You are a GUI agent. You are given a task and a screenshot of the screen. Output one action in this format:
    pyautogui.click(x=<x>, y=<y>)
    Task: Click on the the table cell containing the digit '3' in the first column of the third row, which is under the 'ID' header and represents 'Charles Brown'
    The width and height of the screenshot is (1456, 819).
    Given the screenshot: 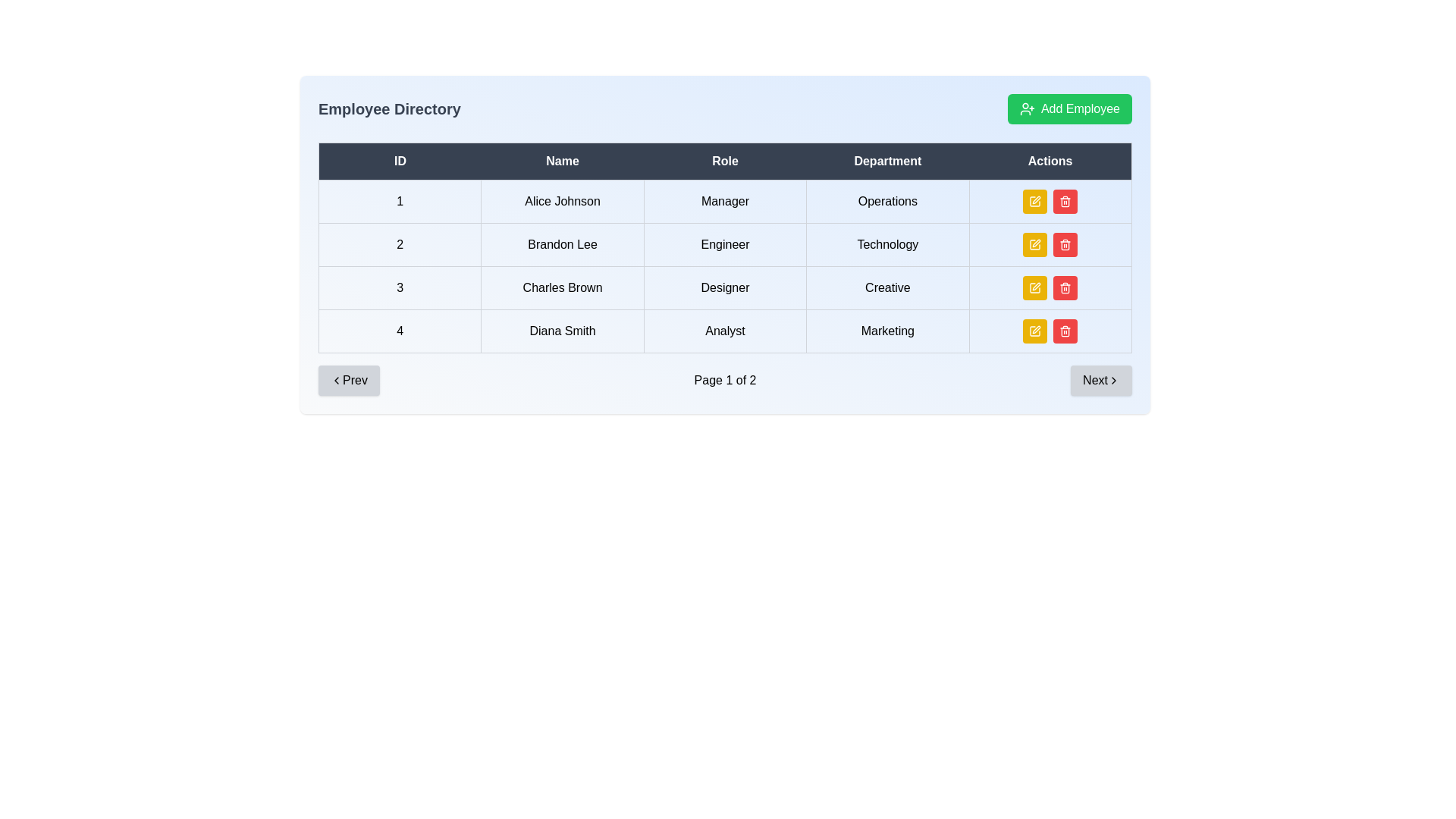 What is the action you would take?
    pyautogui.click(x=400, y=288)
    